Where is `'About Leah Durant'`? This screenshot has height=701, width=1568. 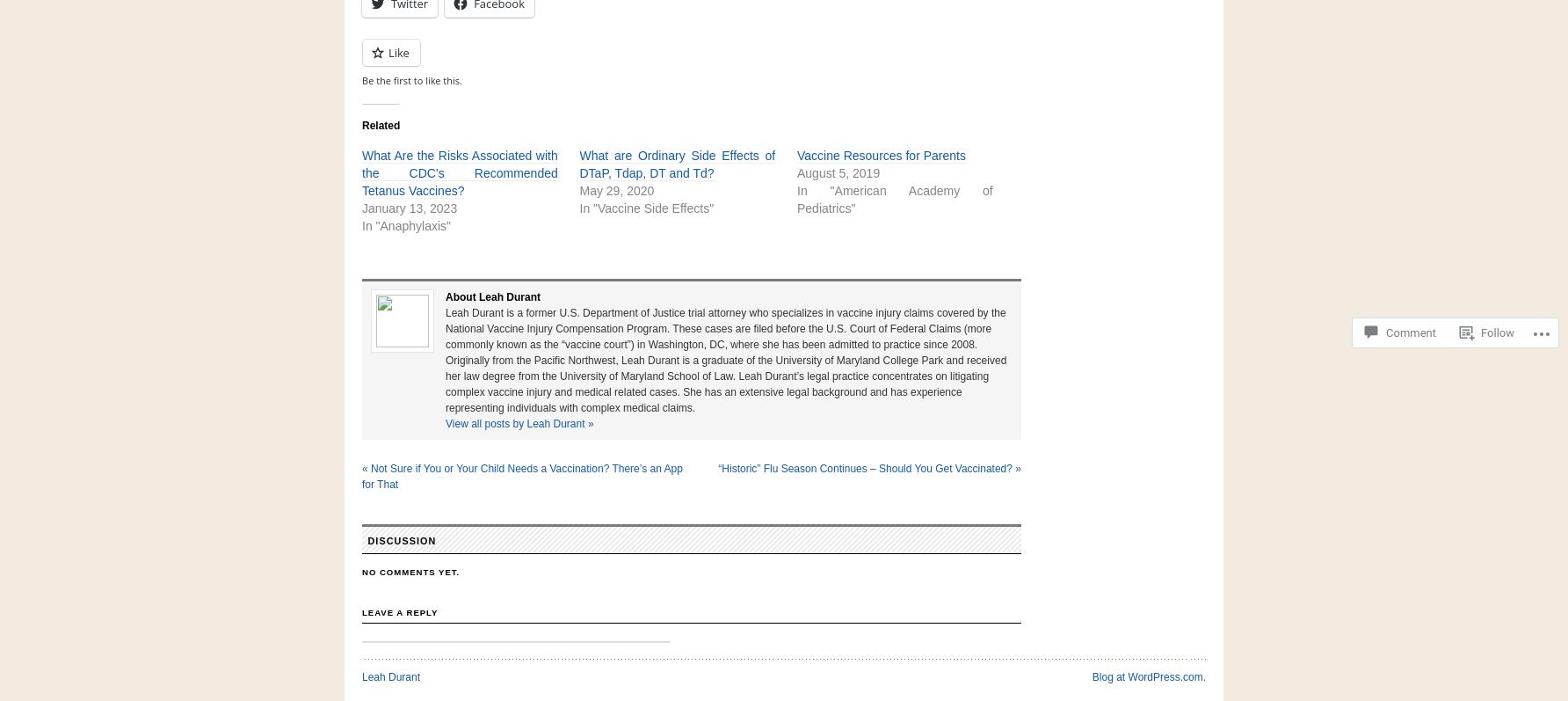
'About Leah Durant' is located at coordinates (492, 297).